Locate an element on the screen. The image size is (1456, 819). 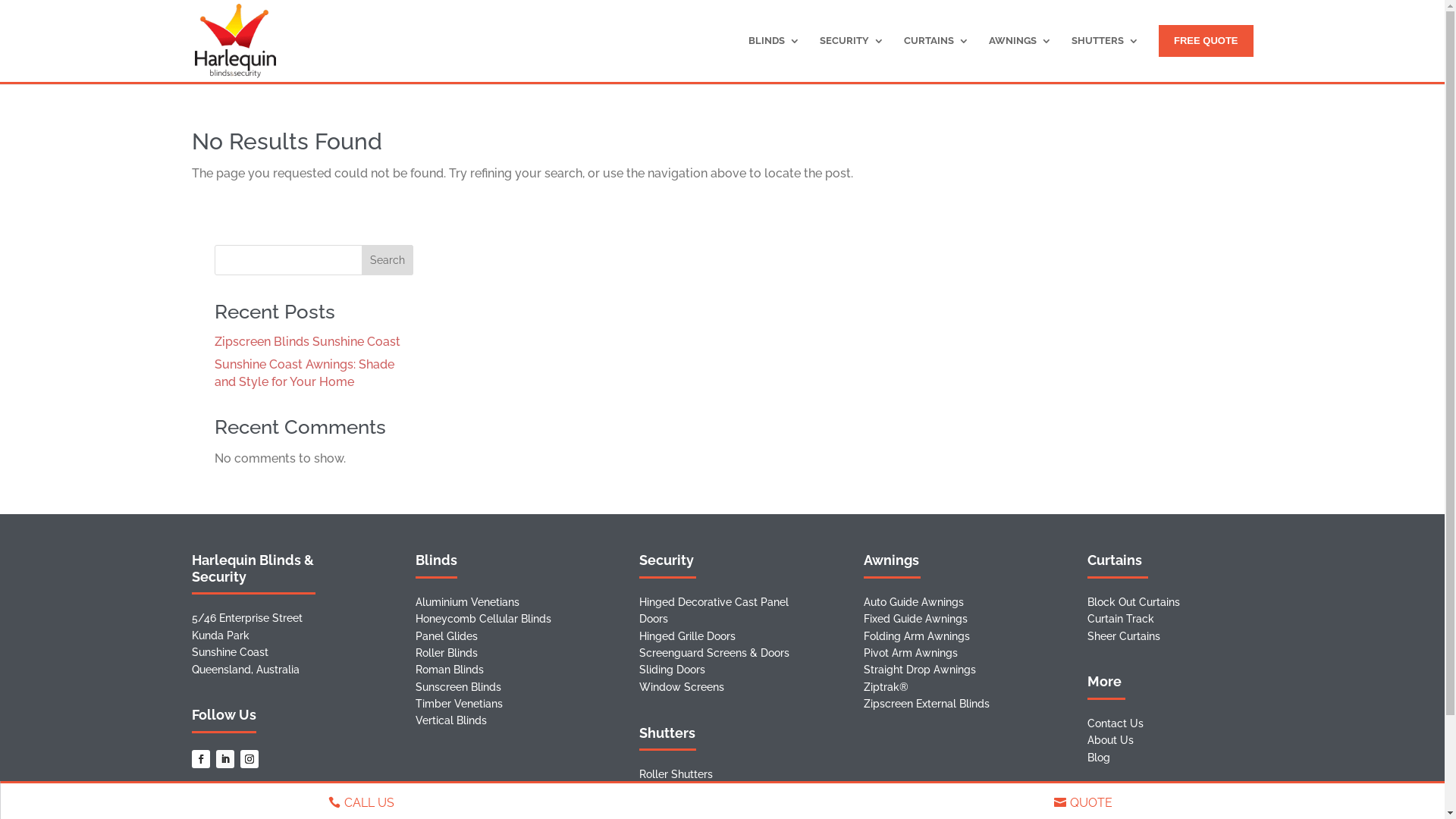
'Screenguard Screens & Doors' is located at coordinates (713, 651).